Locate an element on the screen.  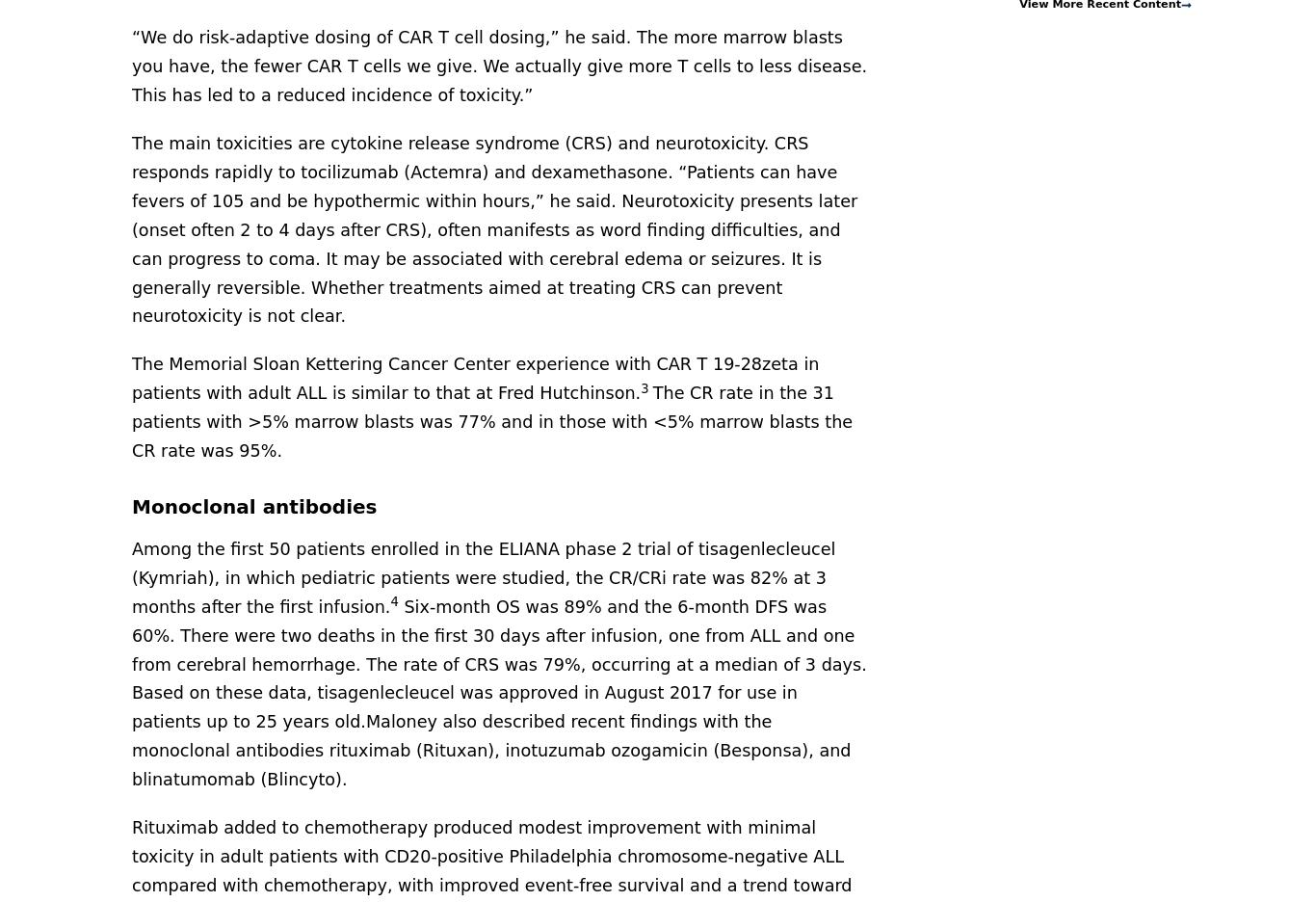
'Six-month OS was 89% and the 6-month DFS was 60%. There were two deaths in the first 30 days after infusion, one from ALL and one from cerebral hemorrhage. The rate of CRS was 79%, occurring at a median of 3 days. Based on these data, tisagenlecleucel was approved in August 2017 for use in patients up to 25 years old.' is located at coordinates (498, 663).